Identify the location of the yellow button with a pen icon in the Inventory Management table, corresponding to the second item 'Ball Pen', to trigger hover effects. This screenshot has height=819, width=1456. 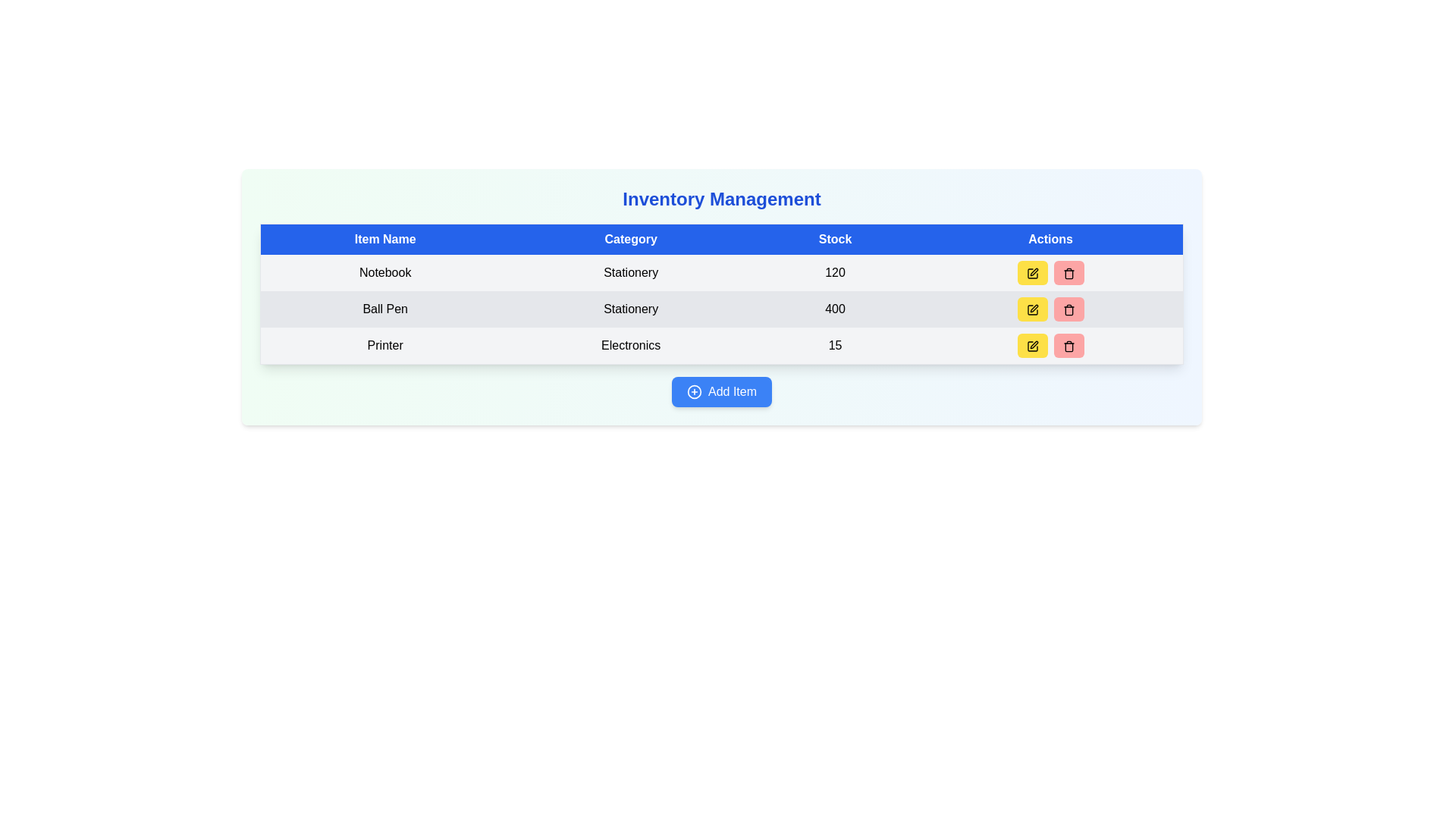
(1031, 309).